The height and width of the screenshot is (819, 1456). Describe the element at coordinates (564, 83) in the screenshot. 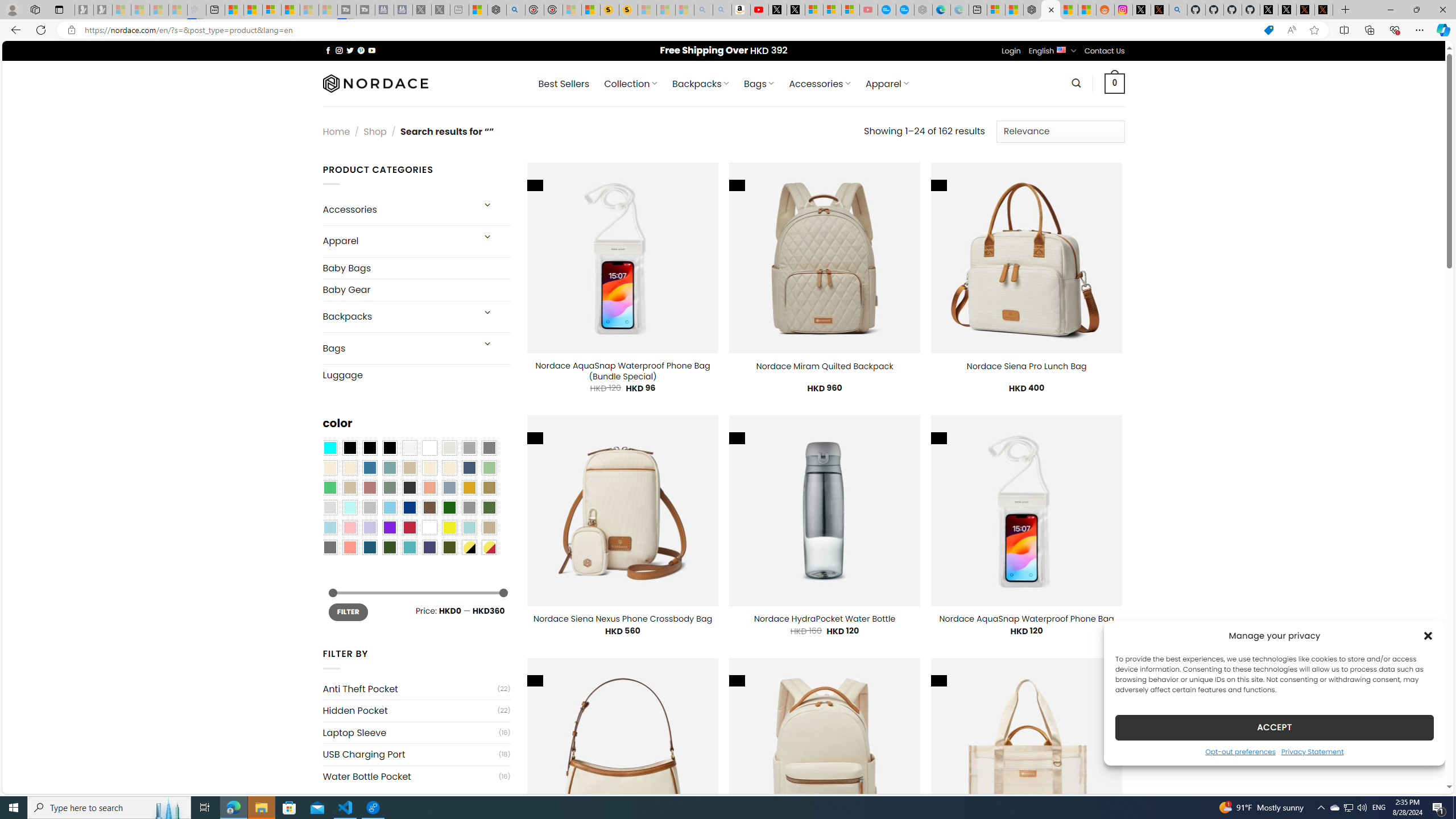

I see `'  Best Sellers'` at that location.